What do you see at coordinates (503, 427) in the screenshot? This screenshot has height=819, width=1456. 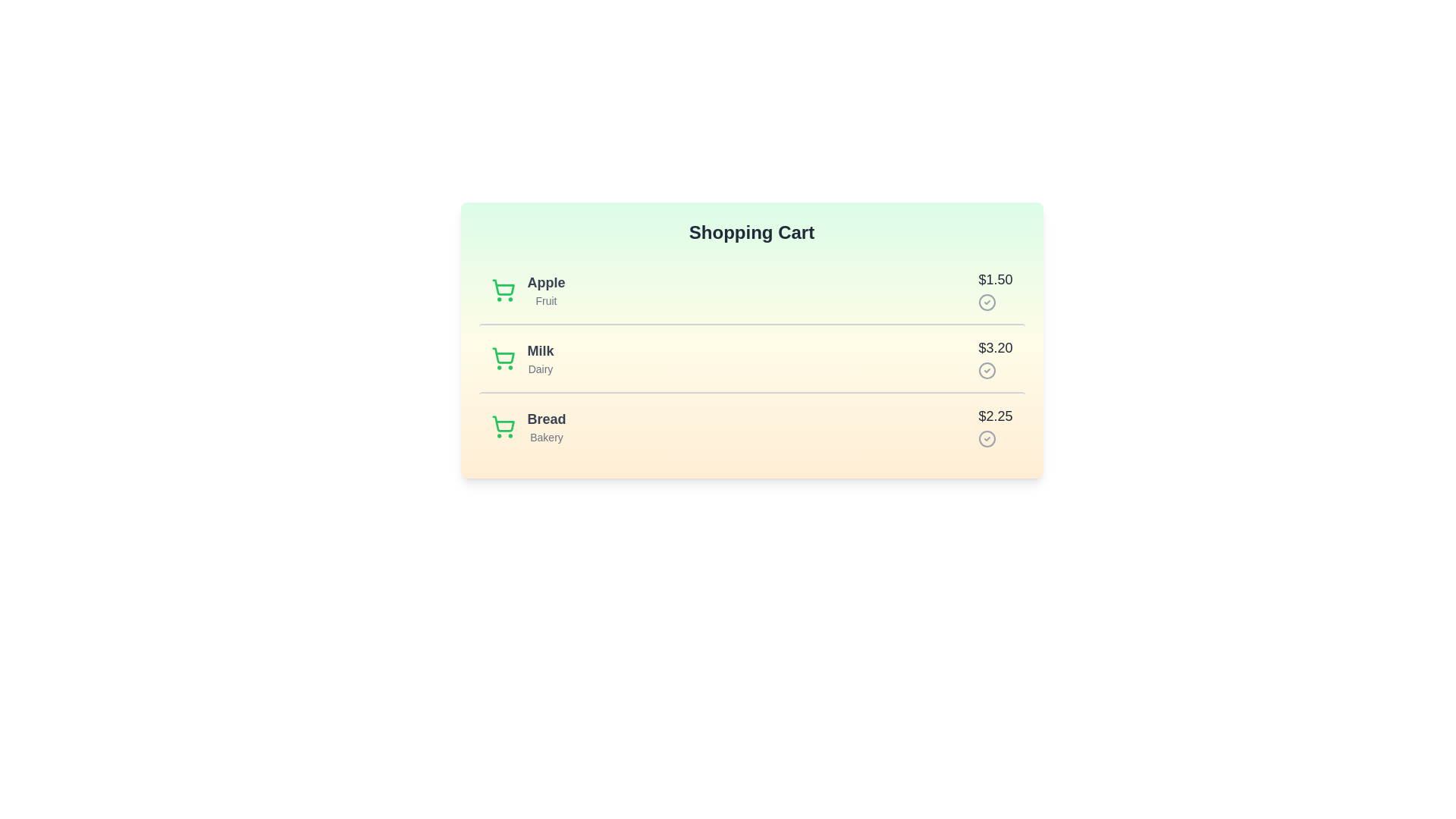 I see `the shopping cart icon next to the item Bread` at bounding box center [503, 427].